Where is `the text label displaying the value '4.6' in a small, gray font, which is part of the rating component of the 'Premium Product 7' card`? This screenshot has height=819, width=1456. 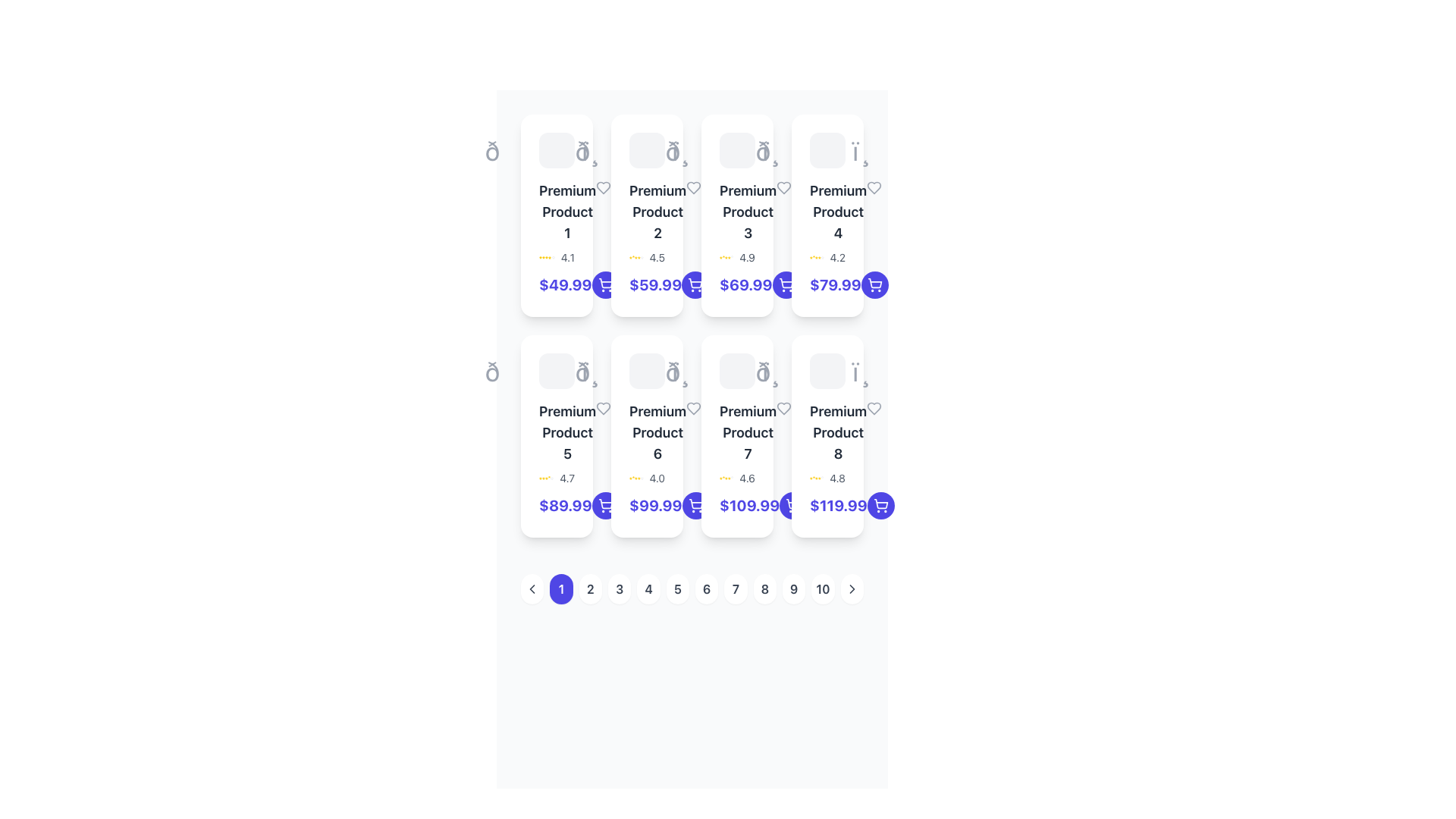 the text label displaying the value '4.6' in a small, gray font, which is part of the rating component of the 'Premium Product 7' card is located at coordinates (747, 479).